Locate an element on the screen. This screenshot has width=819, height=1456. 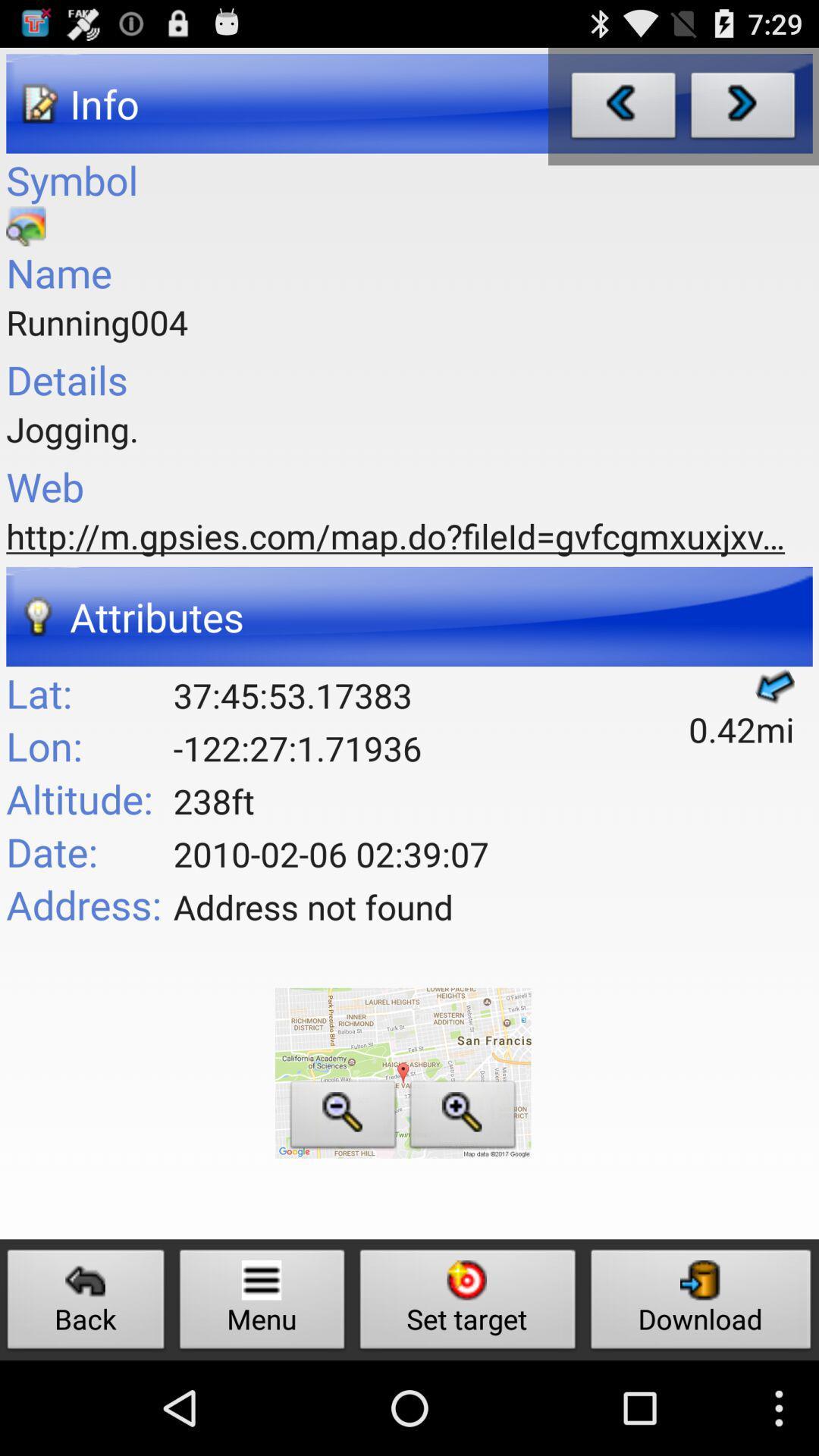
icon to the left of set target icon is located at coordinates (262, 1303).